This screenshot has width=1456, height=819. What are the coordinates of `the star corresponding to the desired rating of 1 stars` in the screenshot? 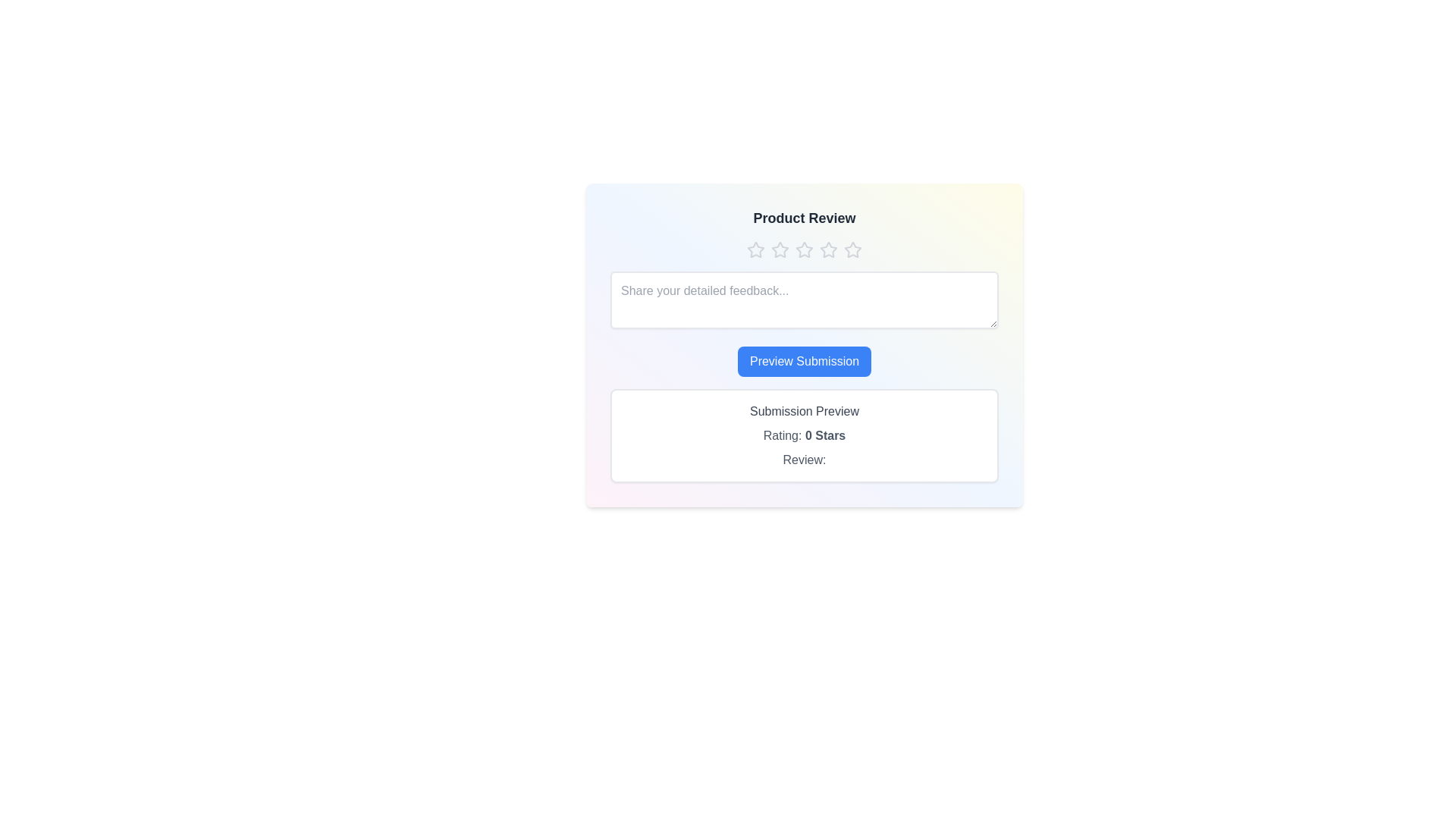 It's located at (756, 249).